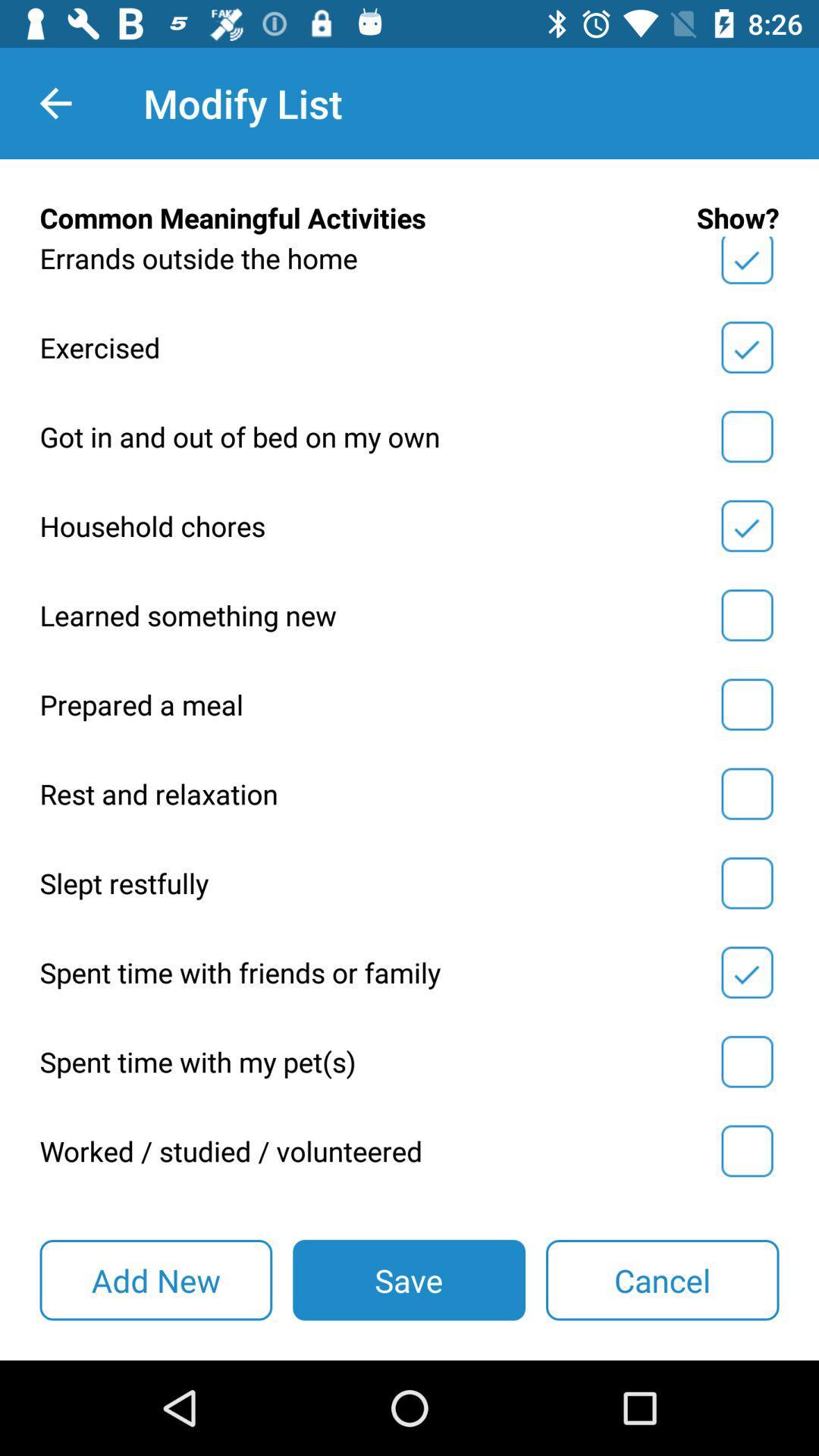  Describe the element at coordinates (746, 263) in the screenshot. I see `check or uncheck box for errands outside the home` at that location.